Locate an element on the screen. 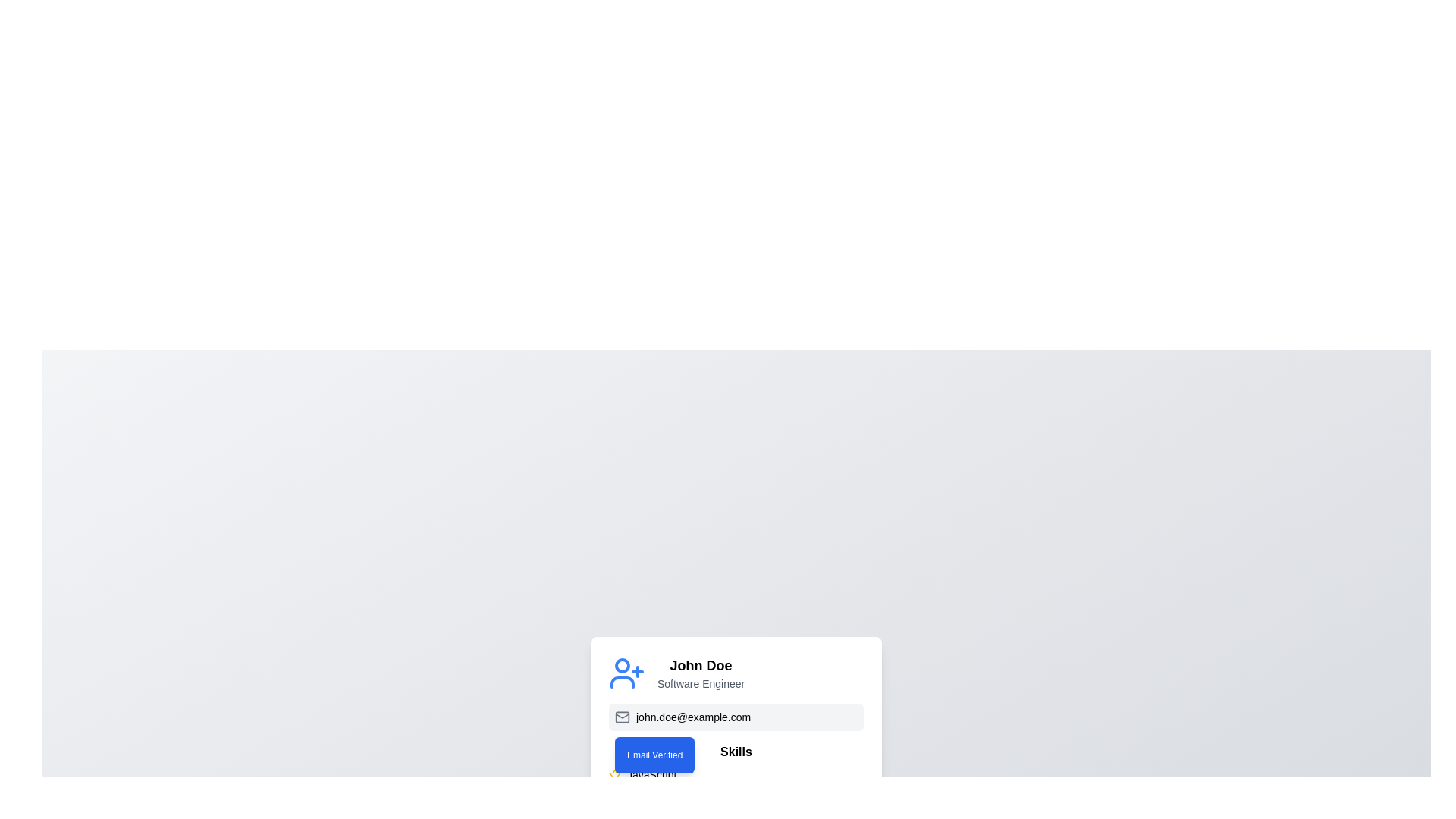  the bold text label reading 'Skills' positioned beneath the user's email address, serving as a heading for the list that follows is located at coordinates (736, 752).